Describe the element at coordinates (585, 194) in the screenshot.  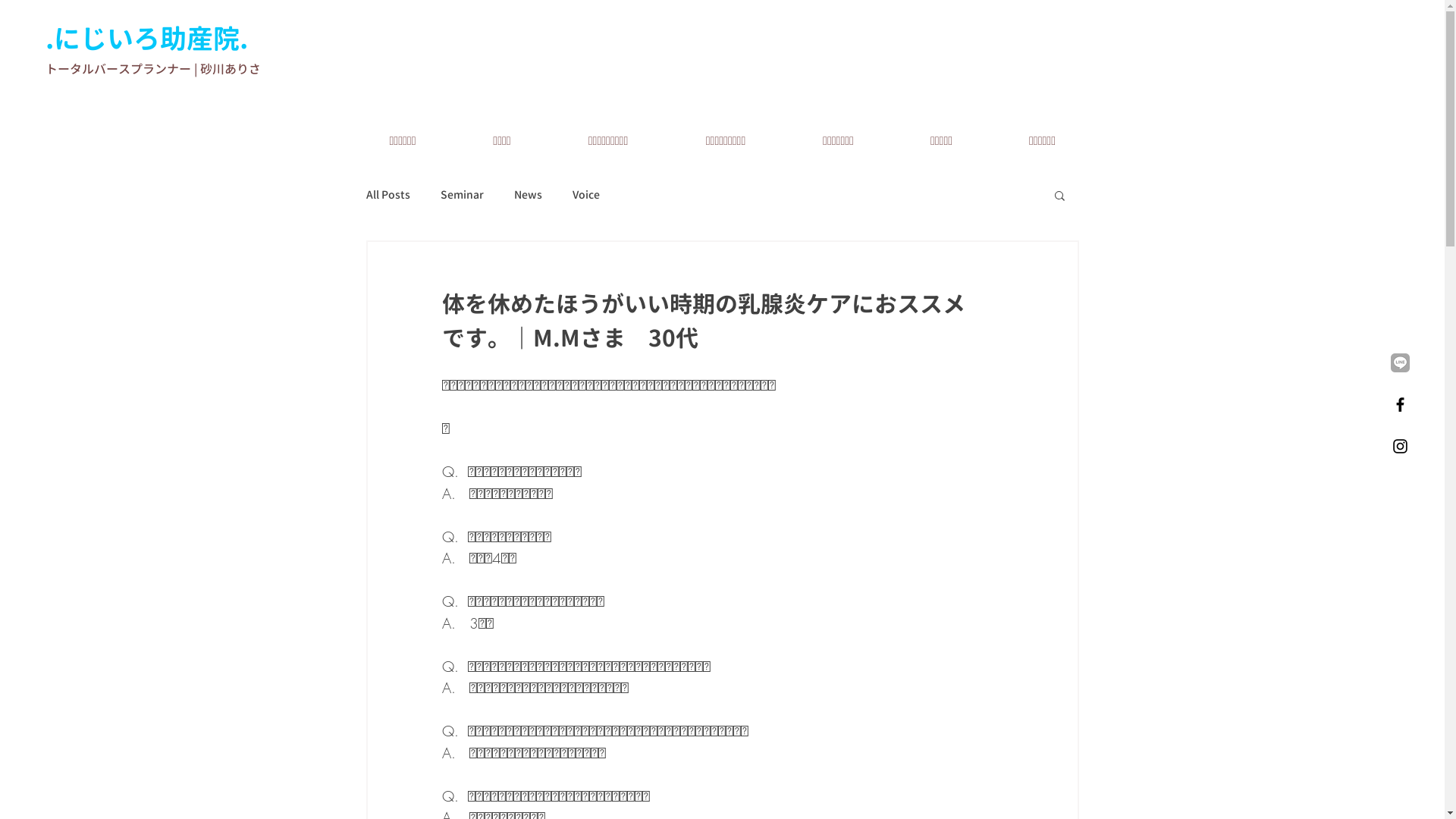
I see `'Voice'` at that location.